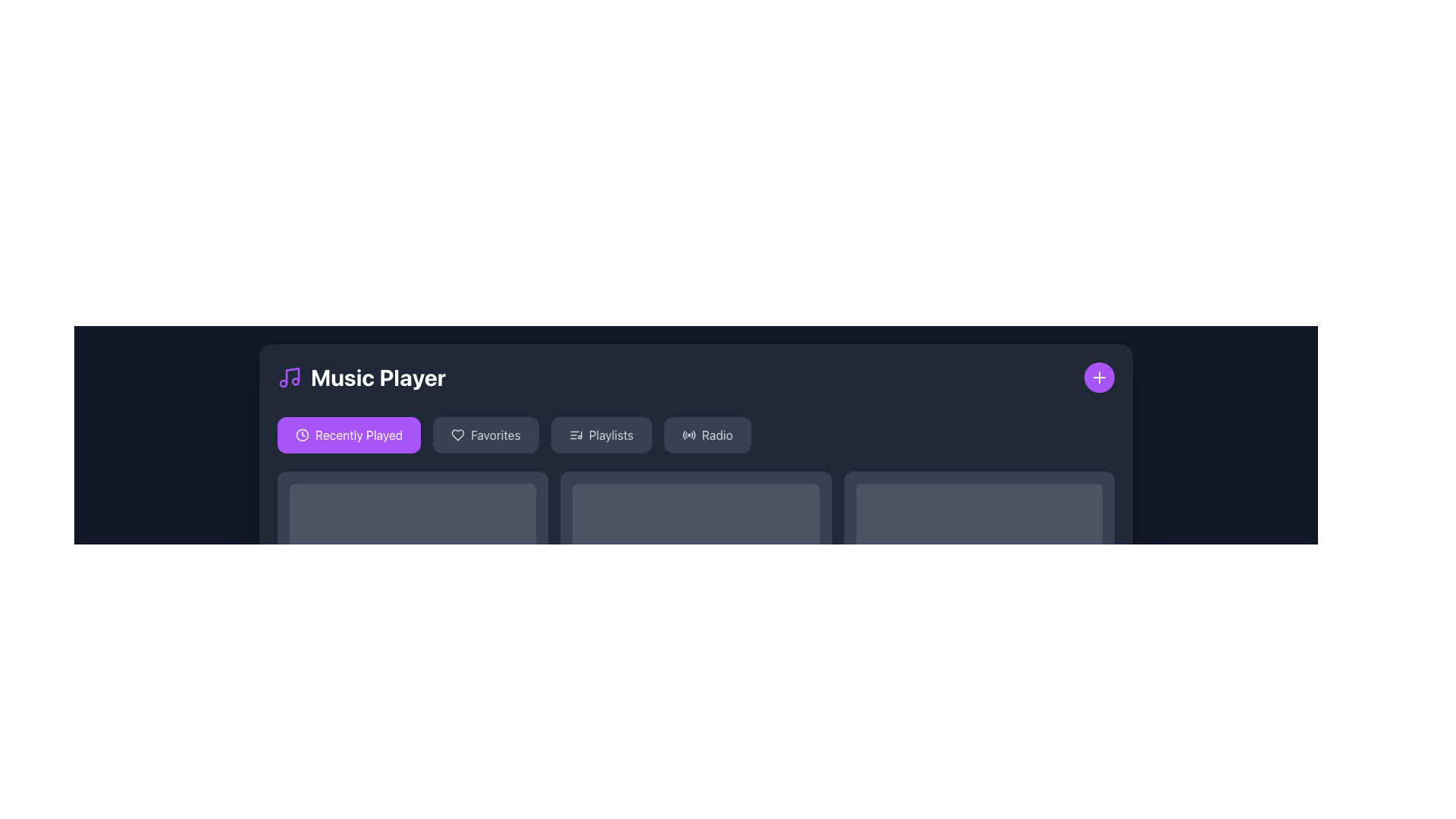 The image size is (1456, 819). What do you see at coordinates (1099, 376) in the screenshot?
I see `the action button in the top-right corner of the interface, which is embedded in a purple circular background` at bounding box center [1099, 376].